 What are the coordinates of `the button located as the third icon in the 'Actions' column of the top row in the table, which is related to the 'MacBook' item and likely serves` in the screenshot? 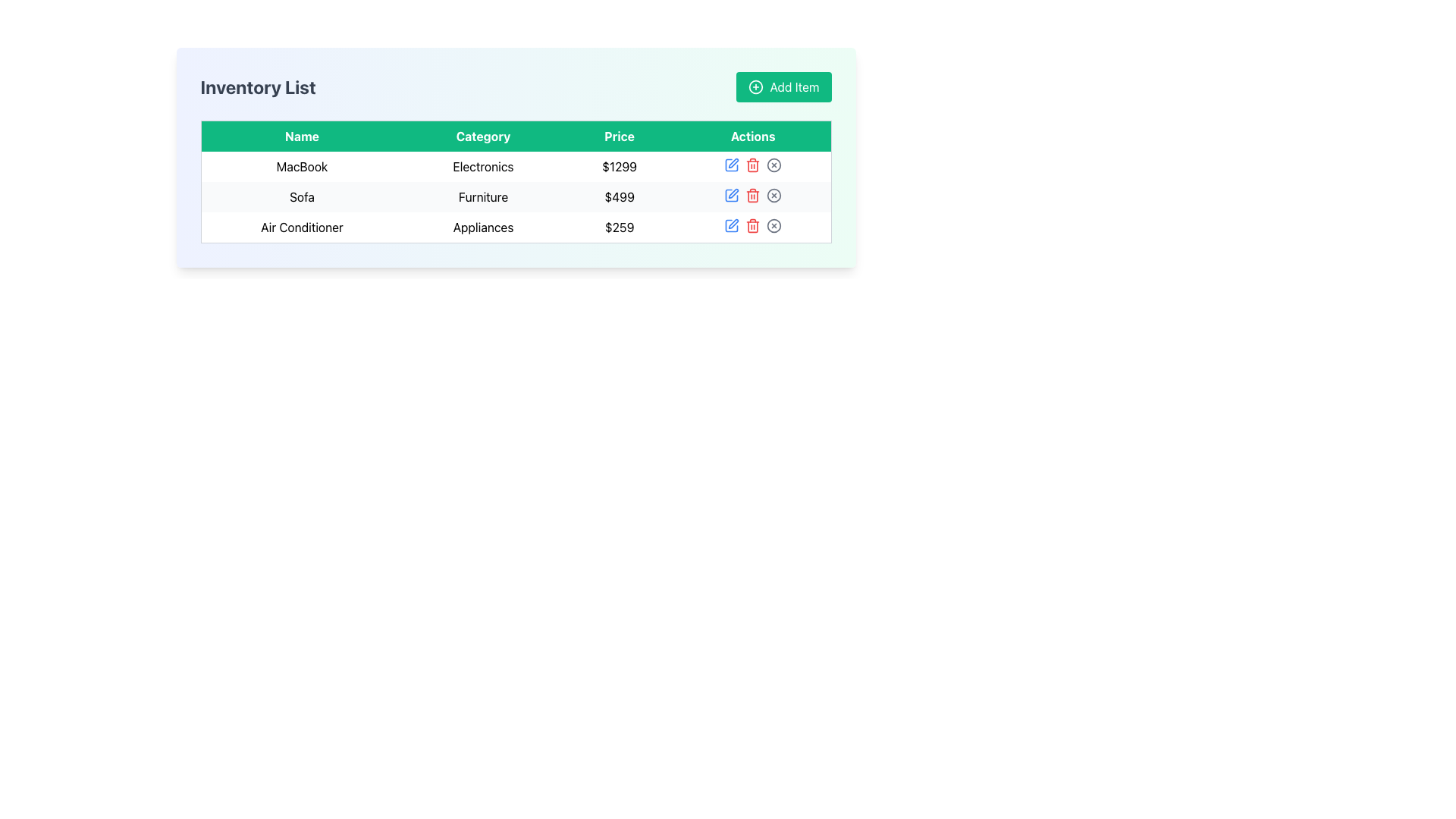 It's located at (774, 165).